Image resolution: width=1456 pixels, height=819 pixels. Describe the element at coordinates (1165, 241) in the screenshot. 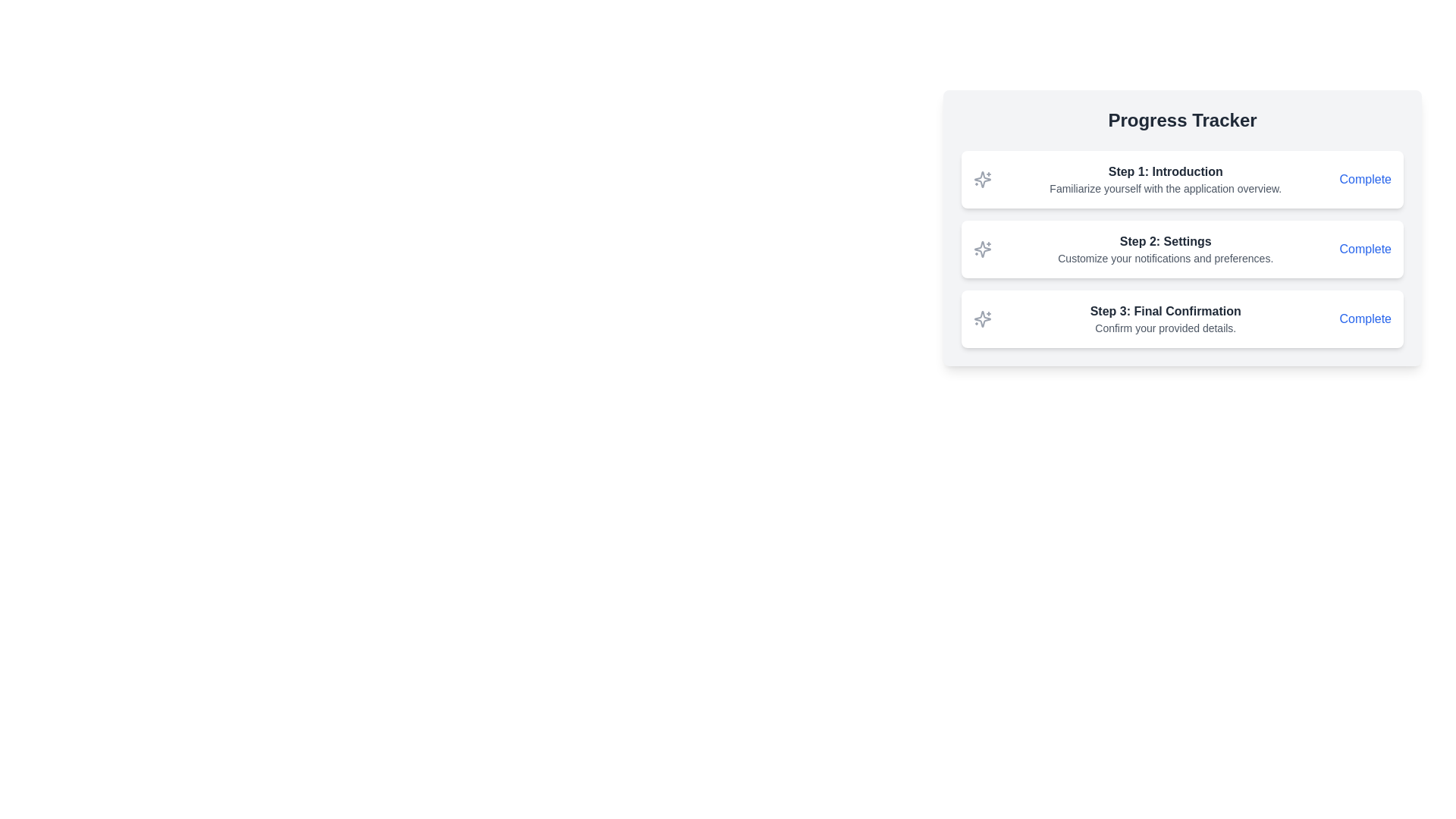

I see `the bold, dark-colored text label reading 'Step 2: Settings' in the progress tracker interface, which is positioned prominently between 'Step 1: Introduction' and 'Step 3: Final Confirmation'` at that location.